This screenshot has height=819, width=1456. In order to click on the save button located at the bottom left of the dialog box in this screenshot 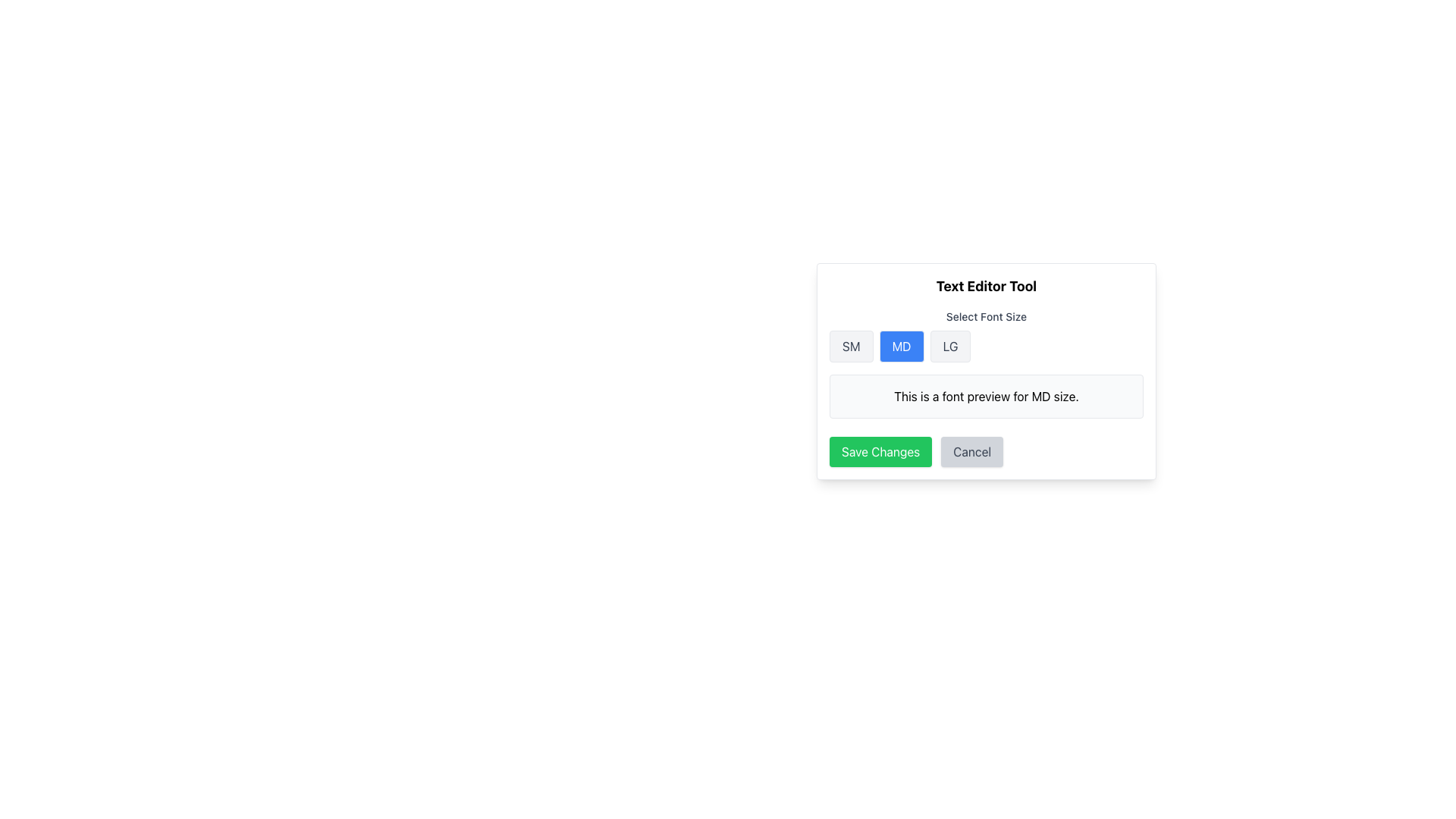, I will do `click(880, 451)`.